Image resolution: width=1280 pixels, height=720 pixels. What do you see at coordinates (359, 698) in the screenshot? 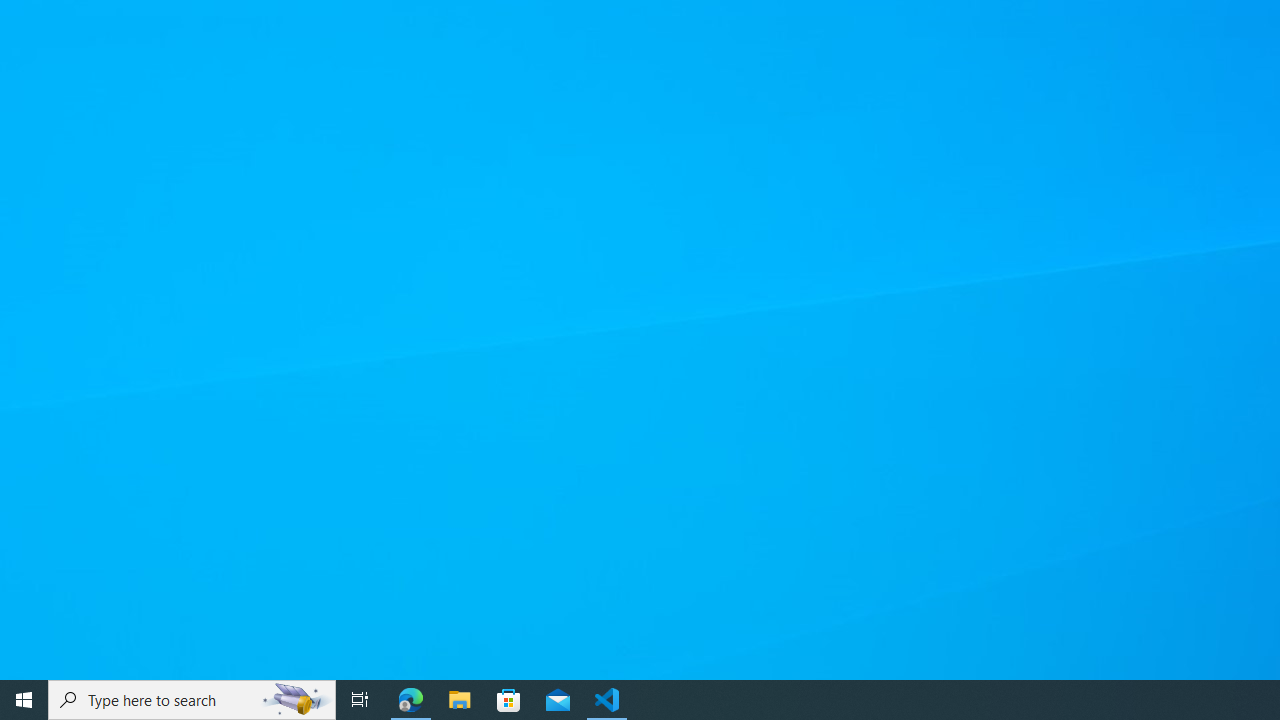
I see `'Task View'` at bounding box center [359, 698].